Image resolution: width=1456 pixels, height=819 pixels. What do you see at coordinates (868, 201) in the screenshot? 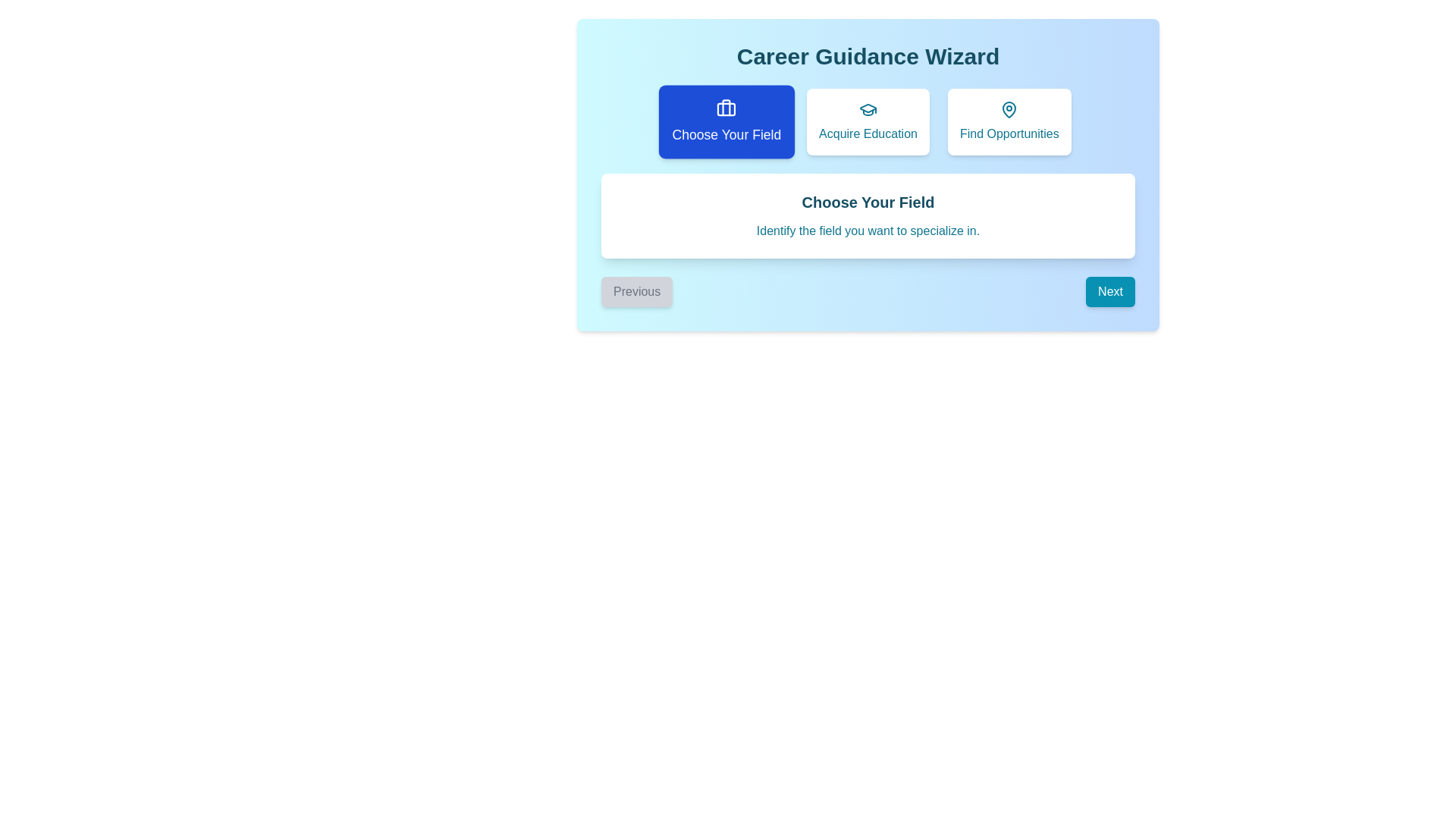
I see `the Heading text that introduces the section for choosing a field of specialization, located in the middle of a white card with rounded corners on a light blue background` at bounding box center [868, 201].